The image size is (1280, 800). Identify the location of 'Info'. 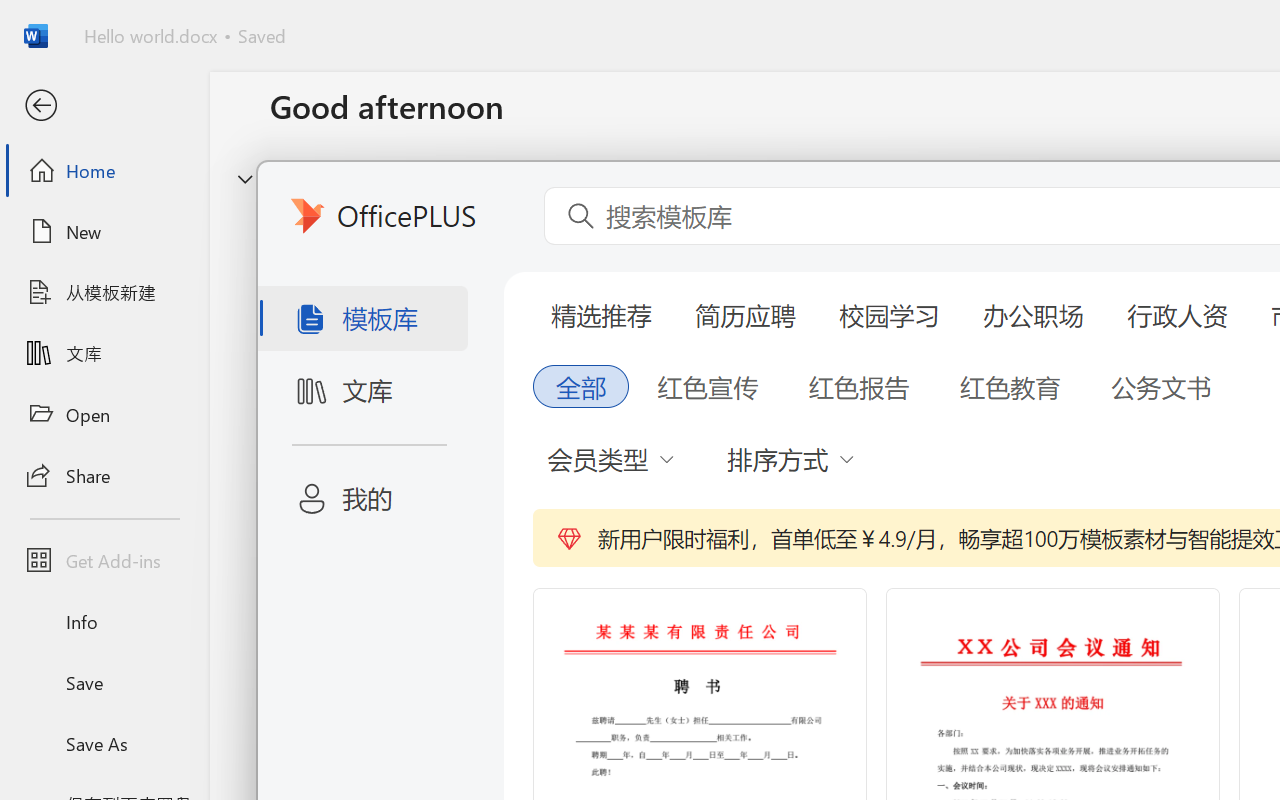
(103, 621).